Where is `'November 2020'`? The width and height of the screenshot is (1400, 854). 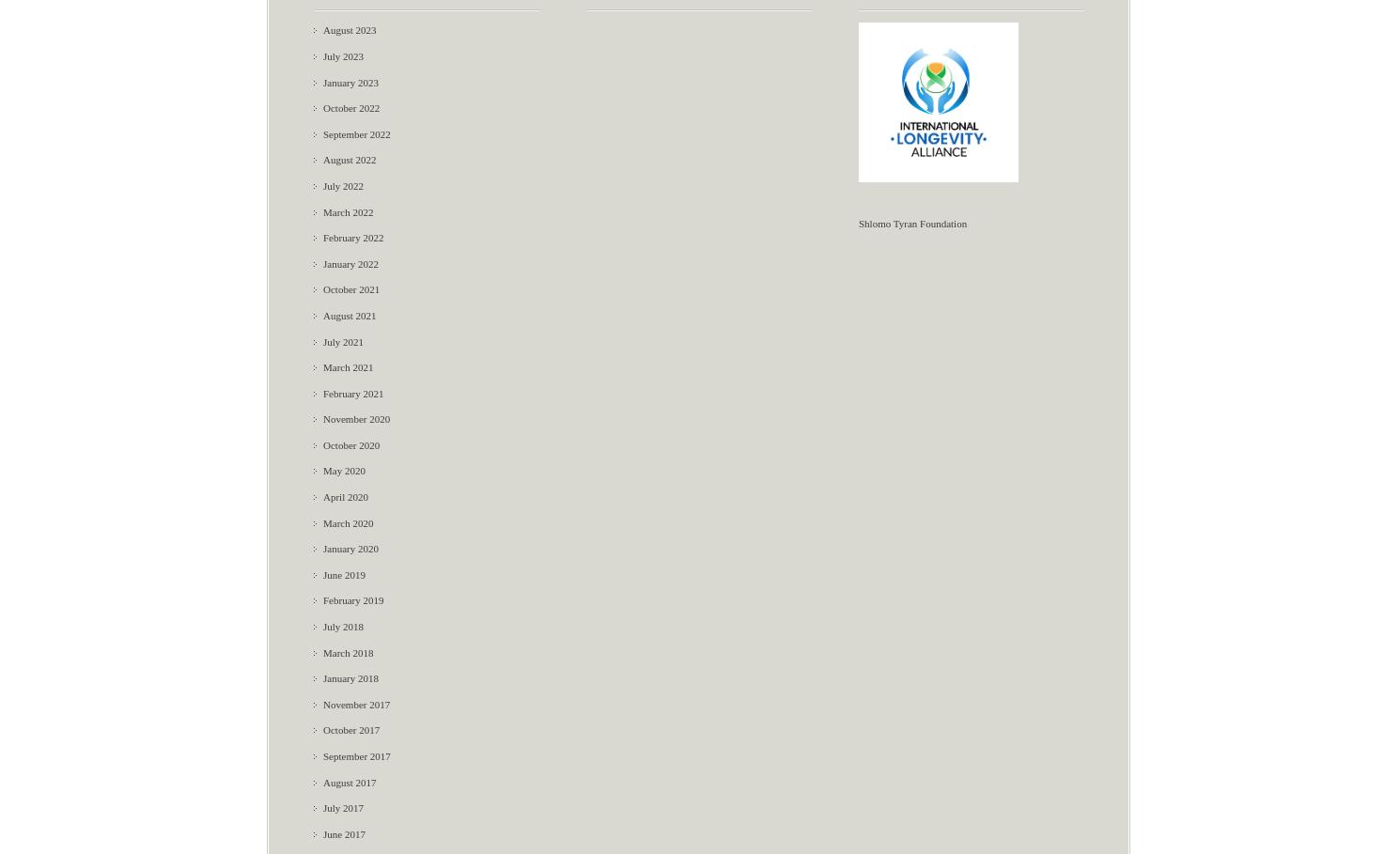 'November 2020' is located at coordinates (356, 417).